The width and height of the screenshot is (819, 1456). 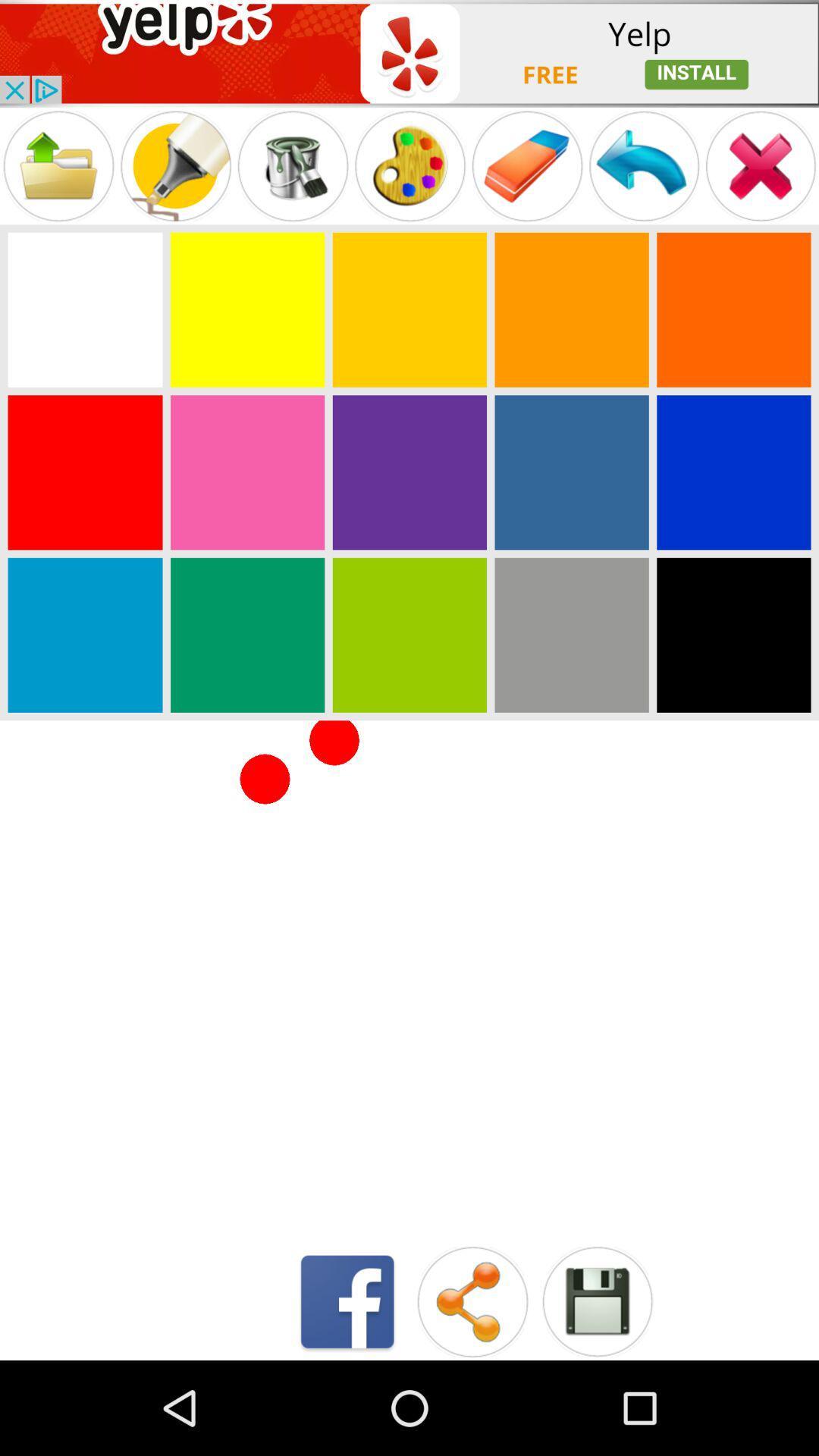 I want to click on color black, so click(x=733, y=635).